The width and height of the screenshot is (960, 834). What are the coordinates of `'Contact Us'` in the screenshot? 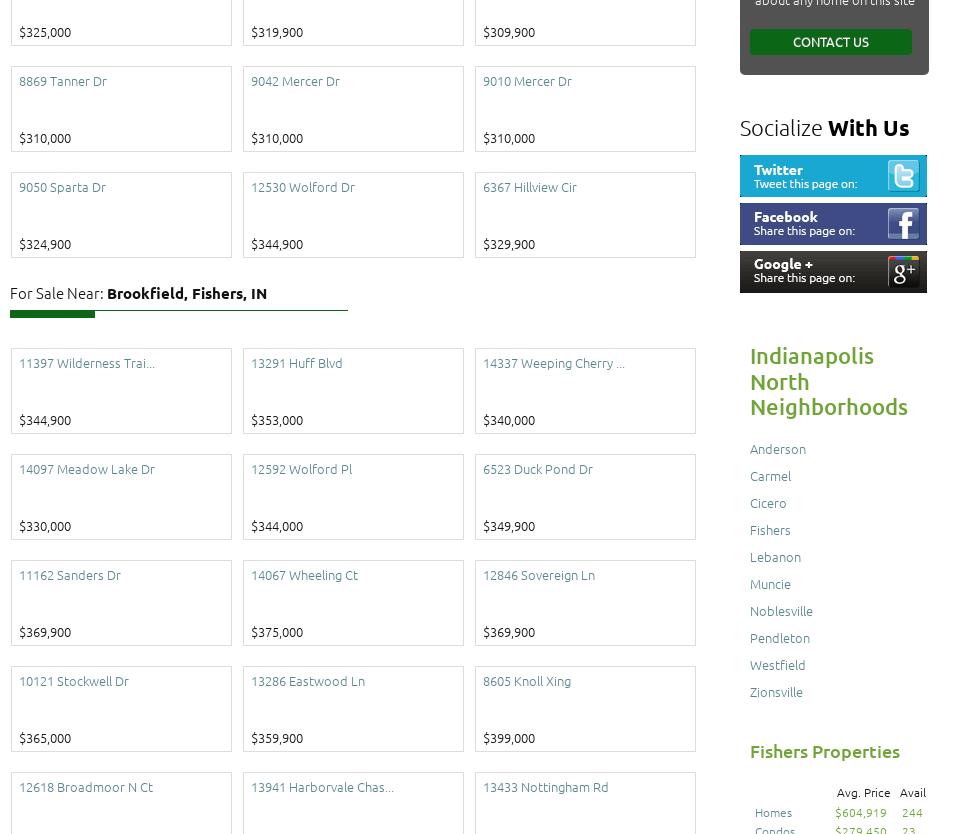 It's located at (830, 40).